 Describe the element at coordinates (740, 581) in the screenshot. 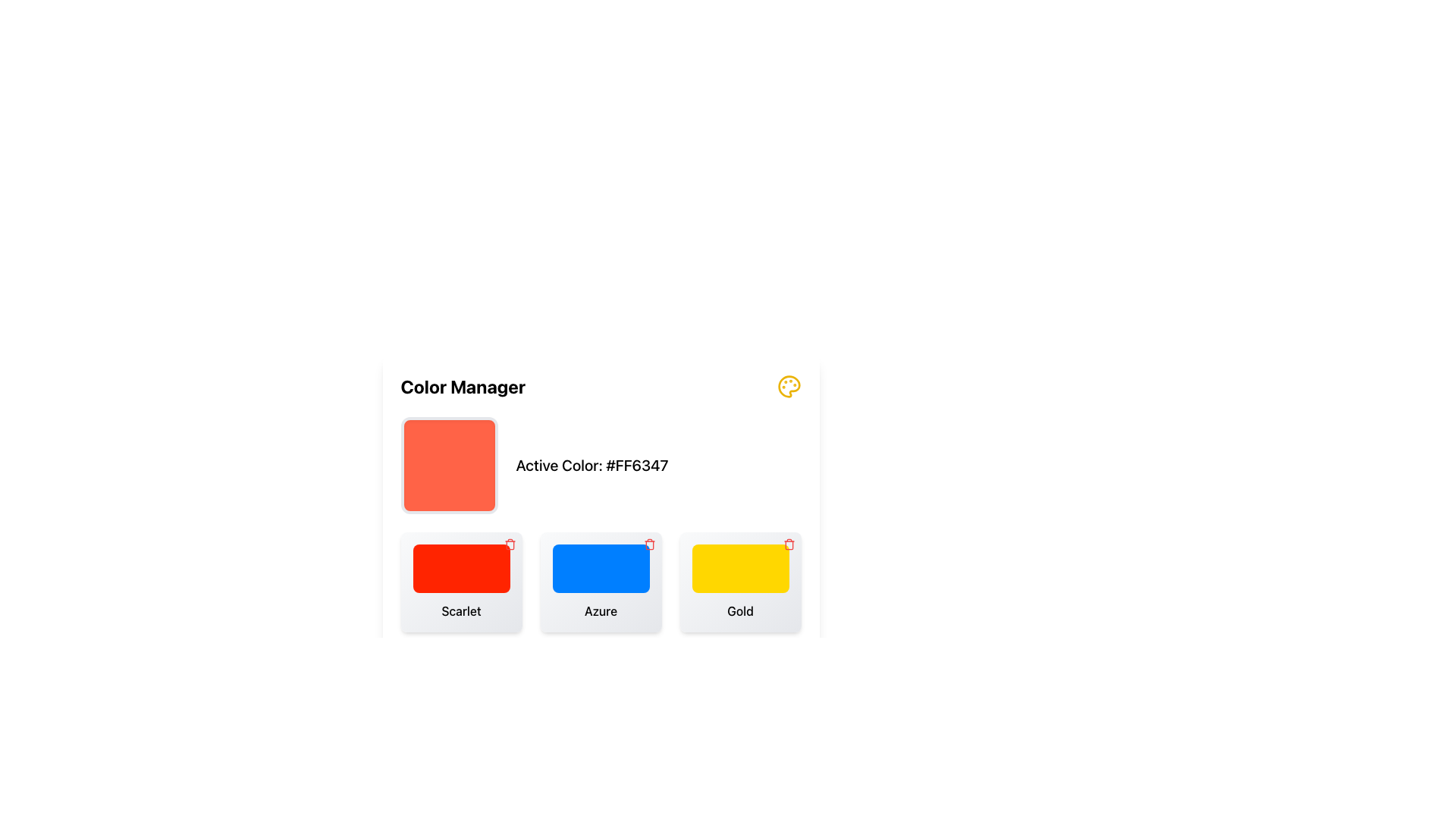

I see `the 'Gold' card in the bottom-right corner of the grid` at that location.